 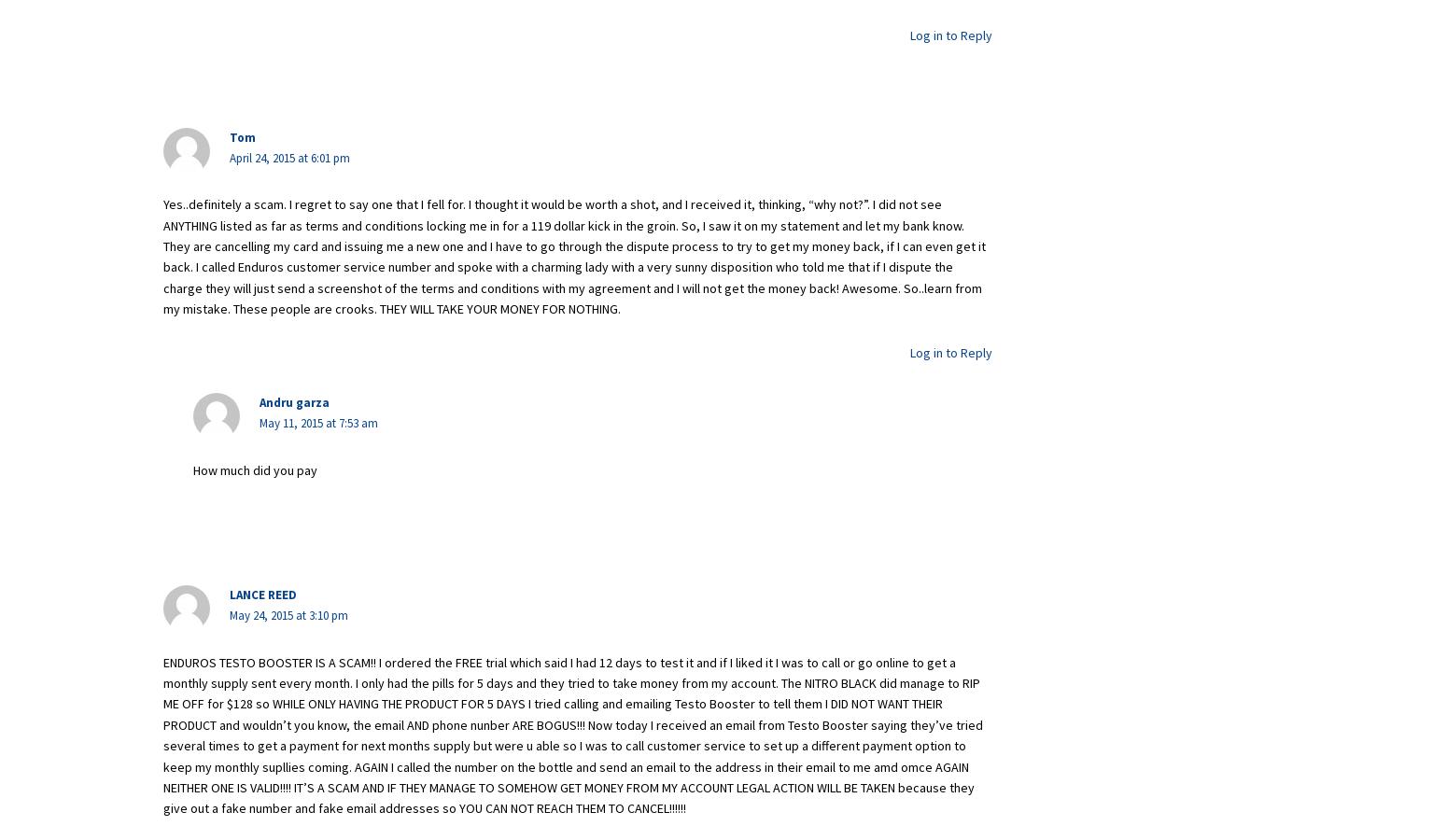 I want to click on 'Yes..definitely a scam. I regret to say one that I fell for. I thought it would be worth a shot, and I received it, thinking, “why not?”. I did not see ANYTHING listed as far as terms and conditions locking me in for a 119 dollar kick in the groin. So, I saw it on my statement and let my bank know. They are cancelling my card and issuing me a new one and I have to go through the dispute process to try to get my money back, if I can even get it back. I called Enduros customer service number and spoke with a charming lady with a very sunny disposition who told me that if I dispute the charge they will just send a screenshot of the terms and conditions with my agreement and I will not get the money back! Awesome. So..learn from my mistake. These people are crooks. THEY WILL TAKE YOUR MONEY FOR NOTHING.', so click(x=574, y=256).